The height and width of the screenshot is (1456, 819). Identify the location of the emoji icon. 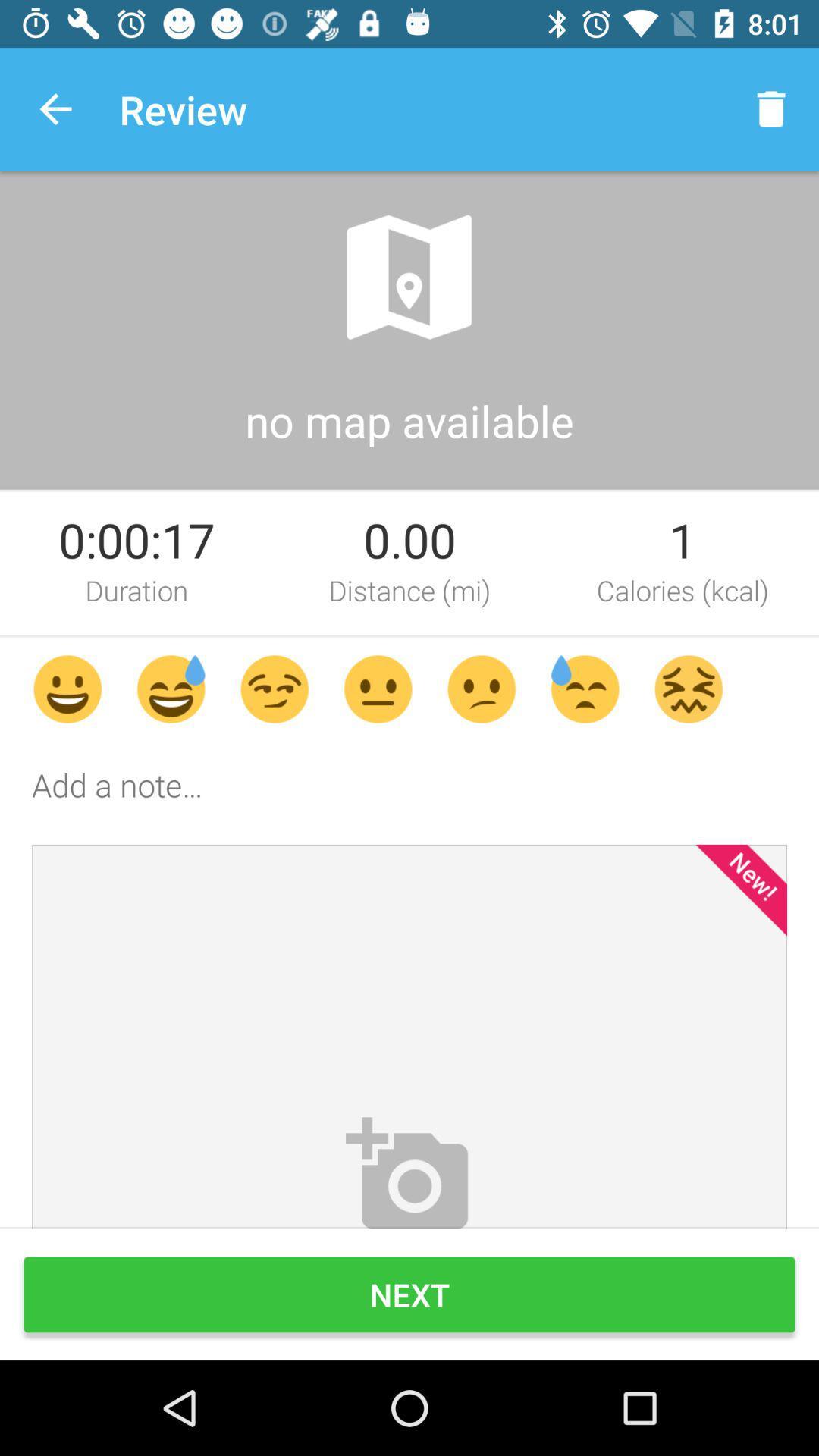
(689, 688).